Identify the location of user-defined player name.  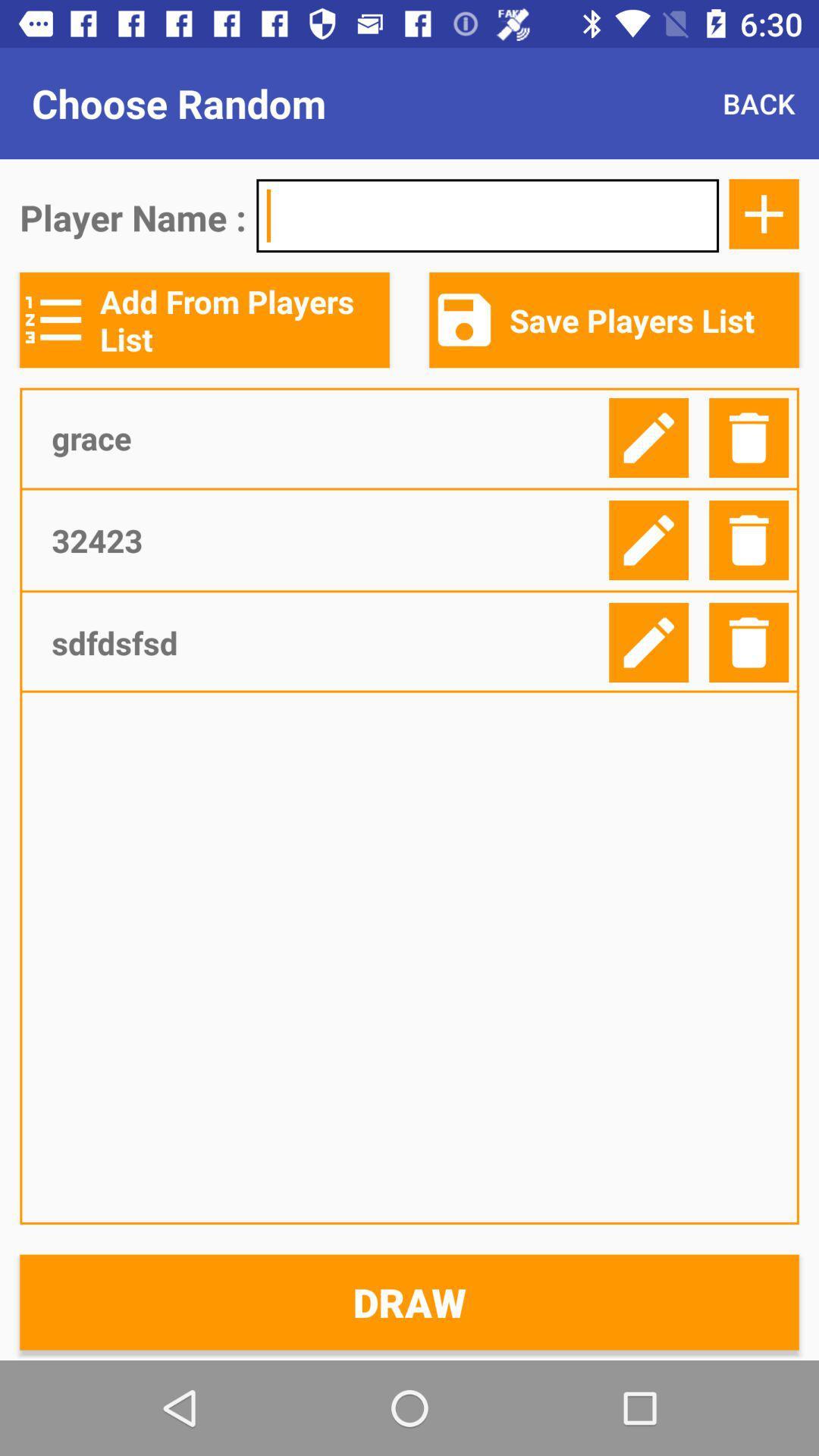
(488, 215).